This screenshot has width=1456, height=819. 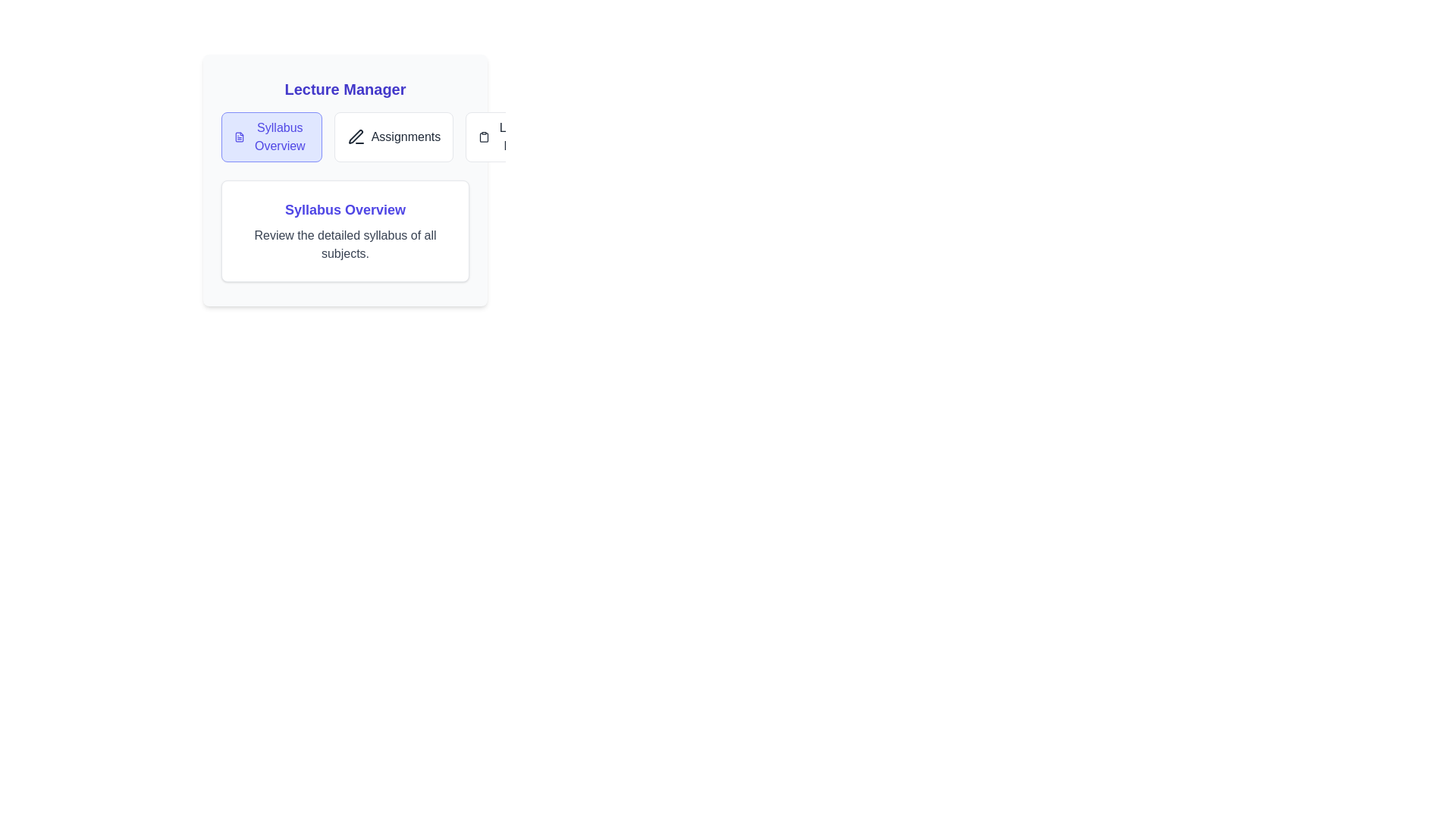 What do you see at coordinates (239, 137) in the screenshot?
I see `the SVG icon resembling a document with horizontal lines representing text, styled with a blue-tinted color scheme, located inside the 'Syllabus Overview' button, positioned to the left side of the textual label` at bounding box center [239, 137].